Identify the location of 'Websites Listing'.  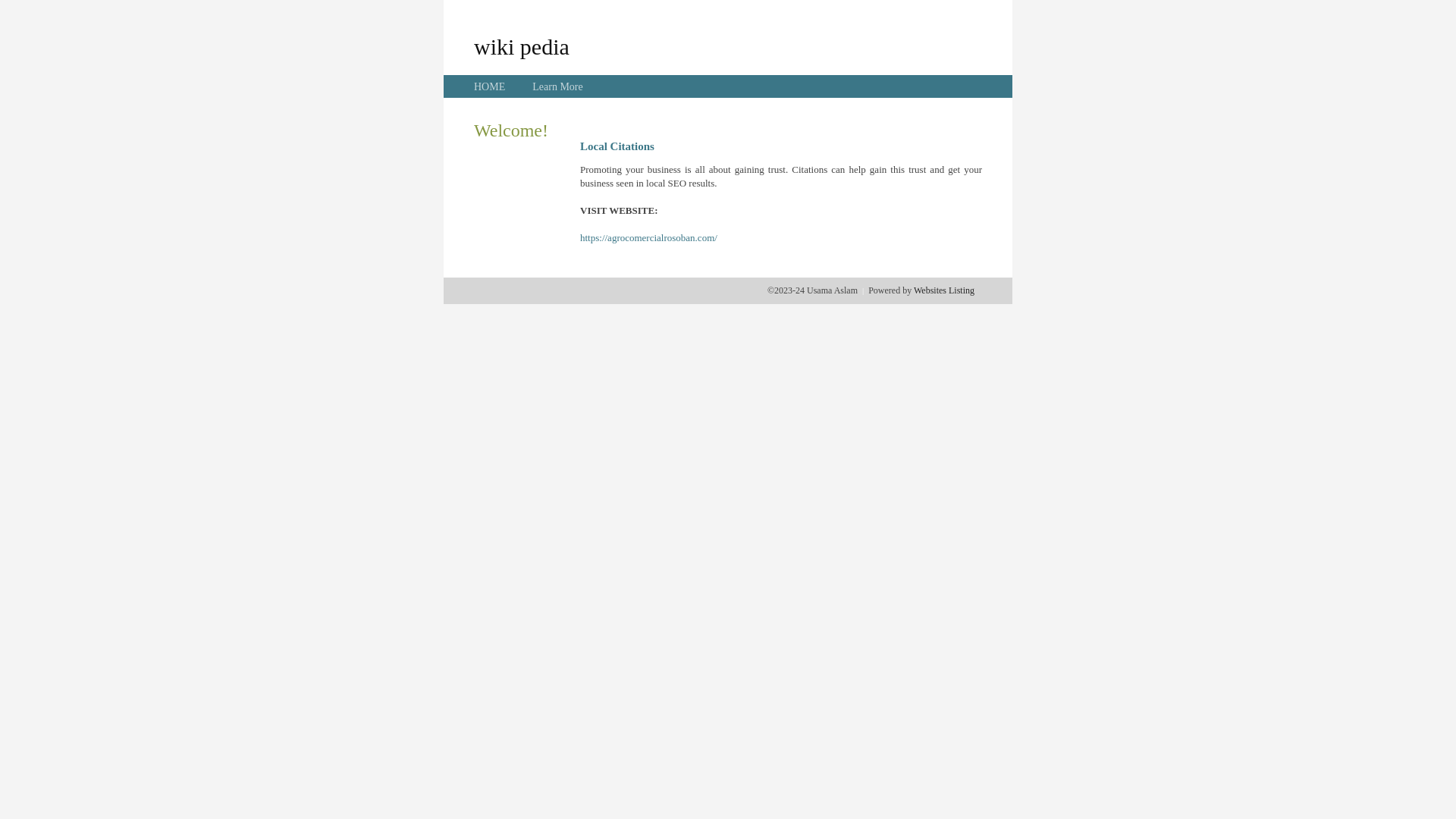
(943, 290).